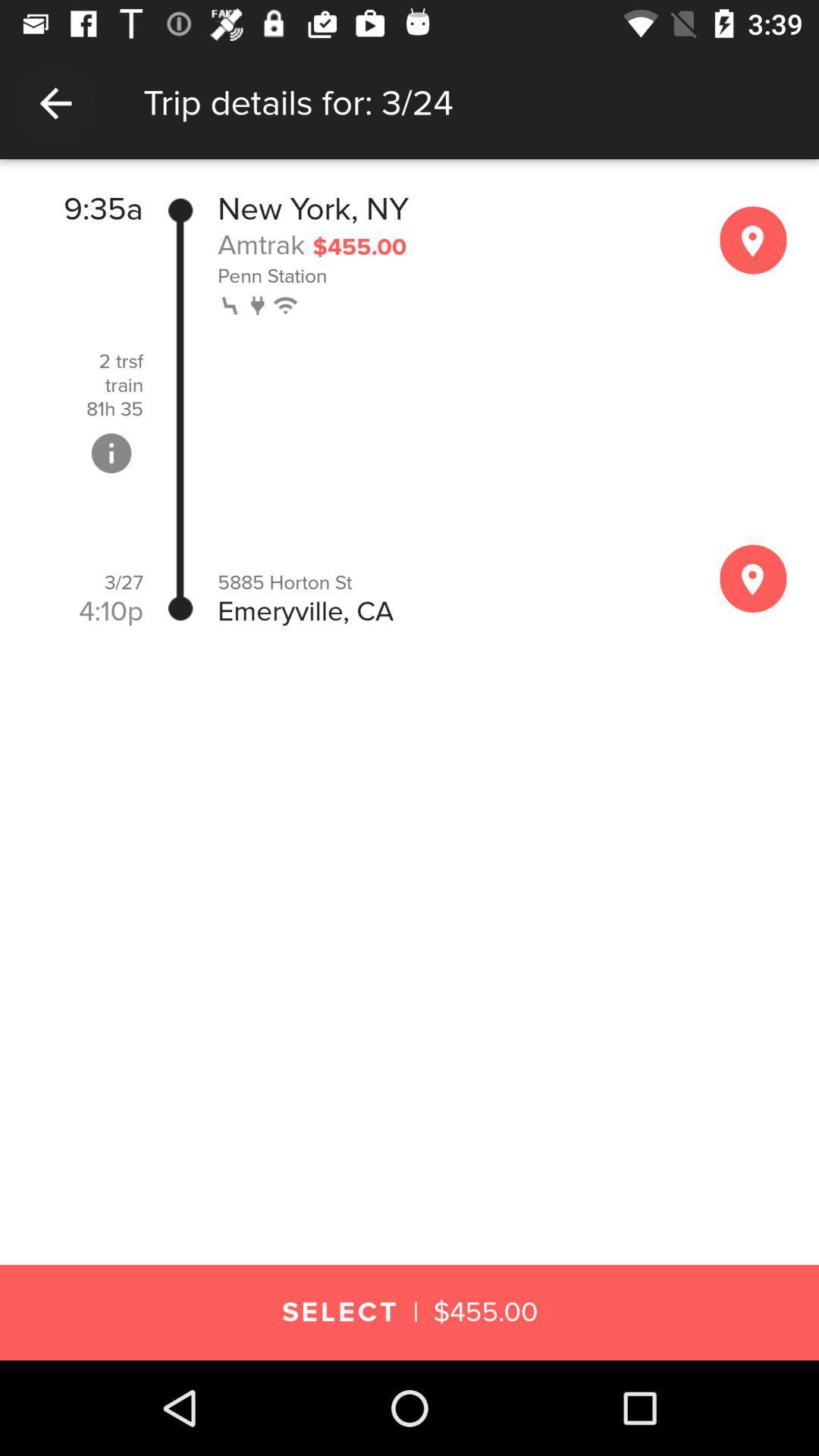 Image resolution: width=819 pixels, height=1456 pixels. I want to click on track your location, so click(753, 578).